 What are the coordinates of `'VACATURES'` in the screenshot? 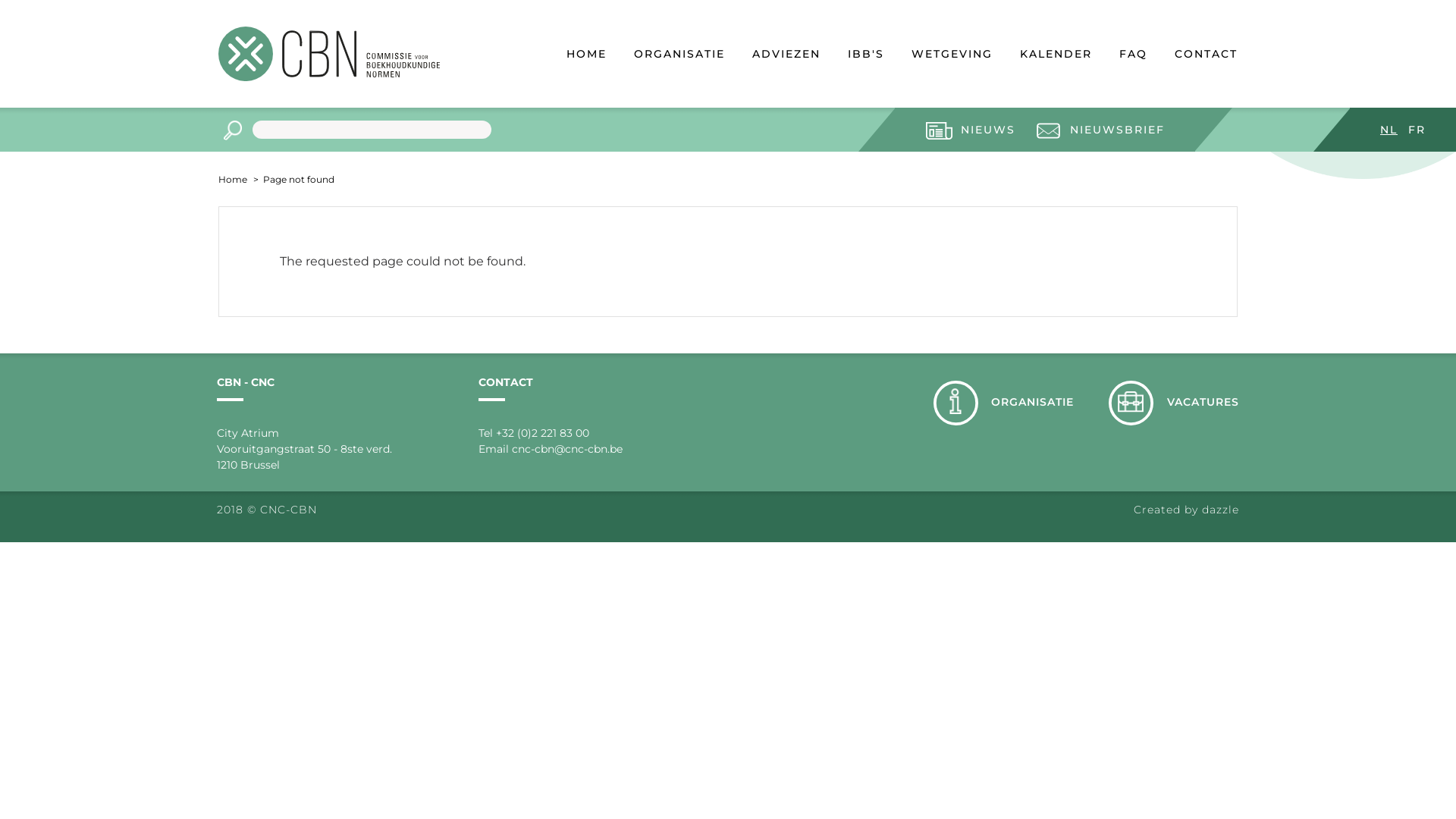 It's located at (1173, 402).